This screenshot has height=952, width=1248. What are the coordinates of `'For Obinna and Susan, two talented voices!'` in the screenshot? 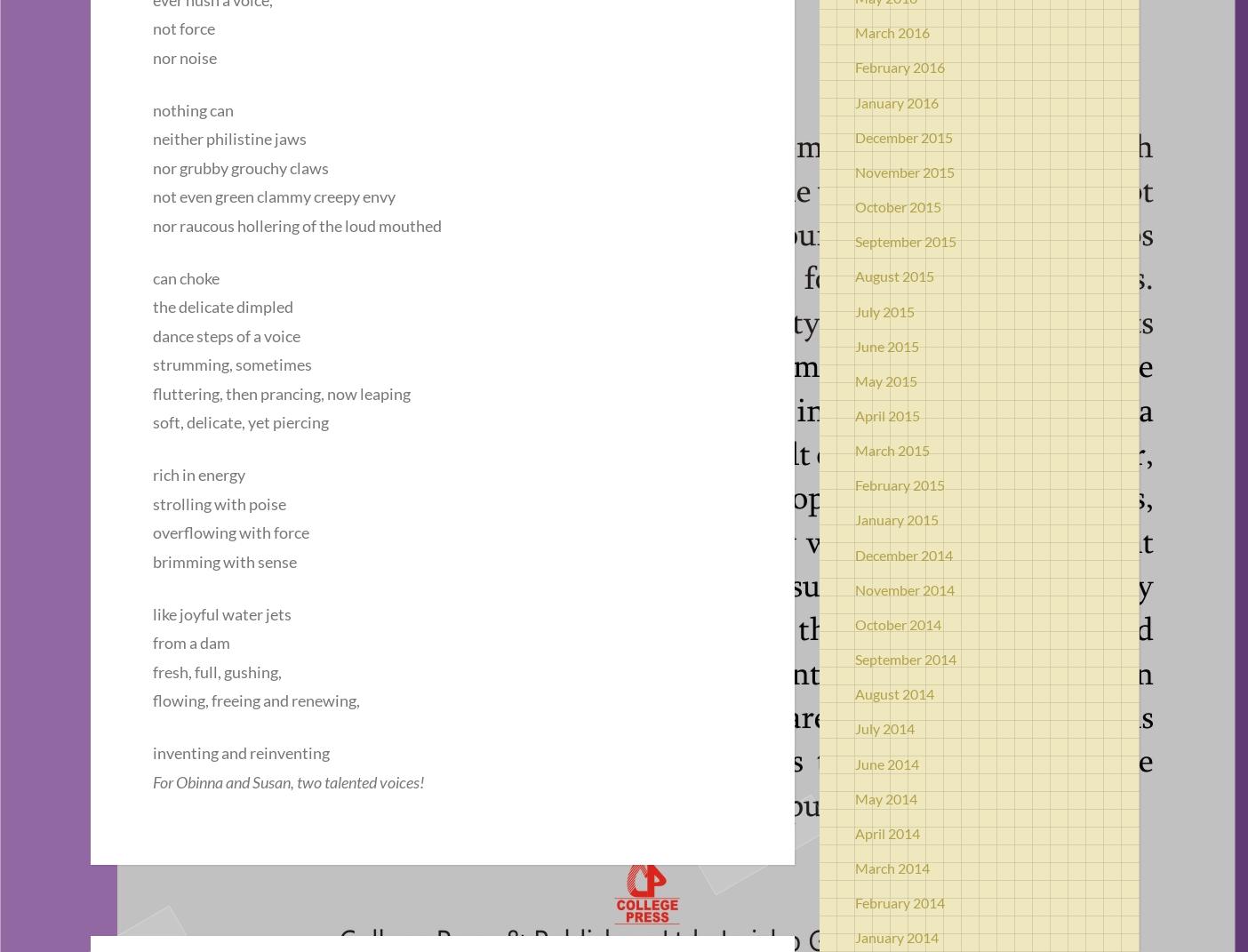 It's located at (289, 780).